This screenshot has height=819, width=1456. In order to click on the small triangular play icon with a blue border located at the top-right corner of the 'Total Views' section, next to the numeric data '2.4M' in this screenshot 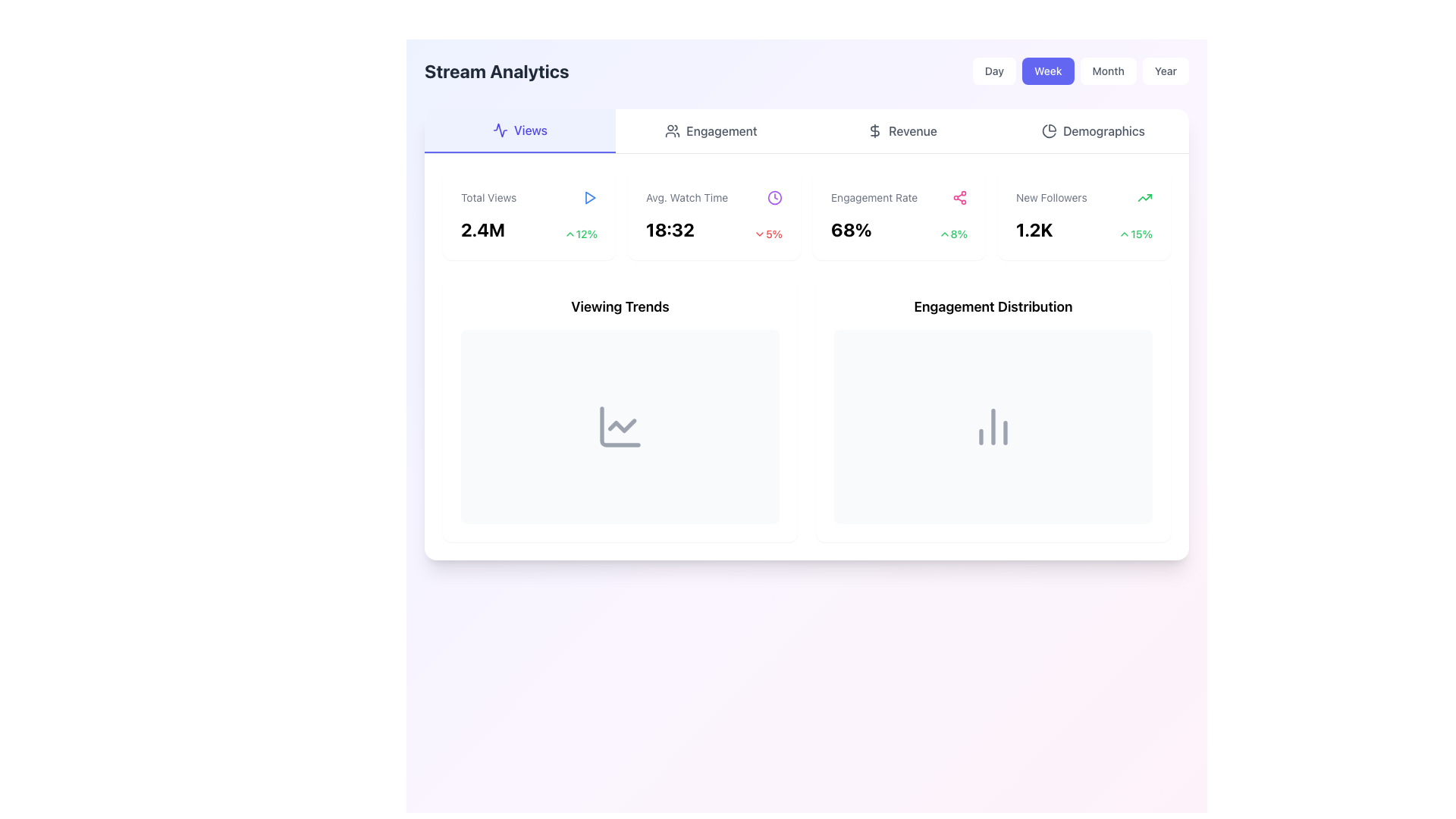, I will do `click(588, 197)`.